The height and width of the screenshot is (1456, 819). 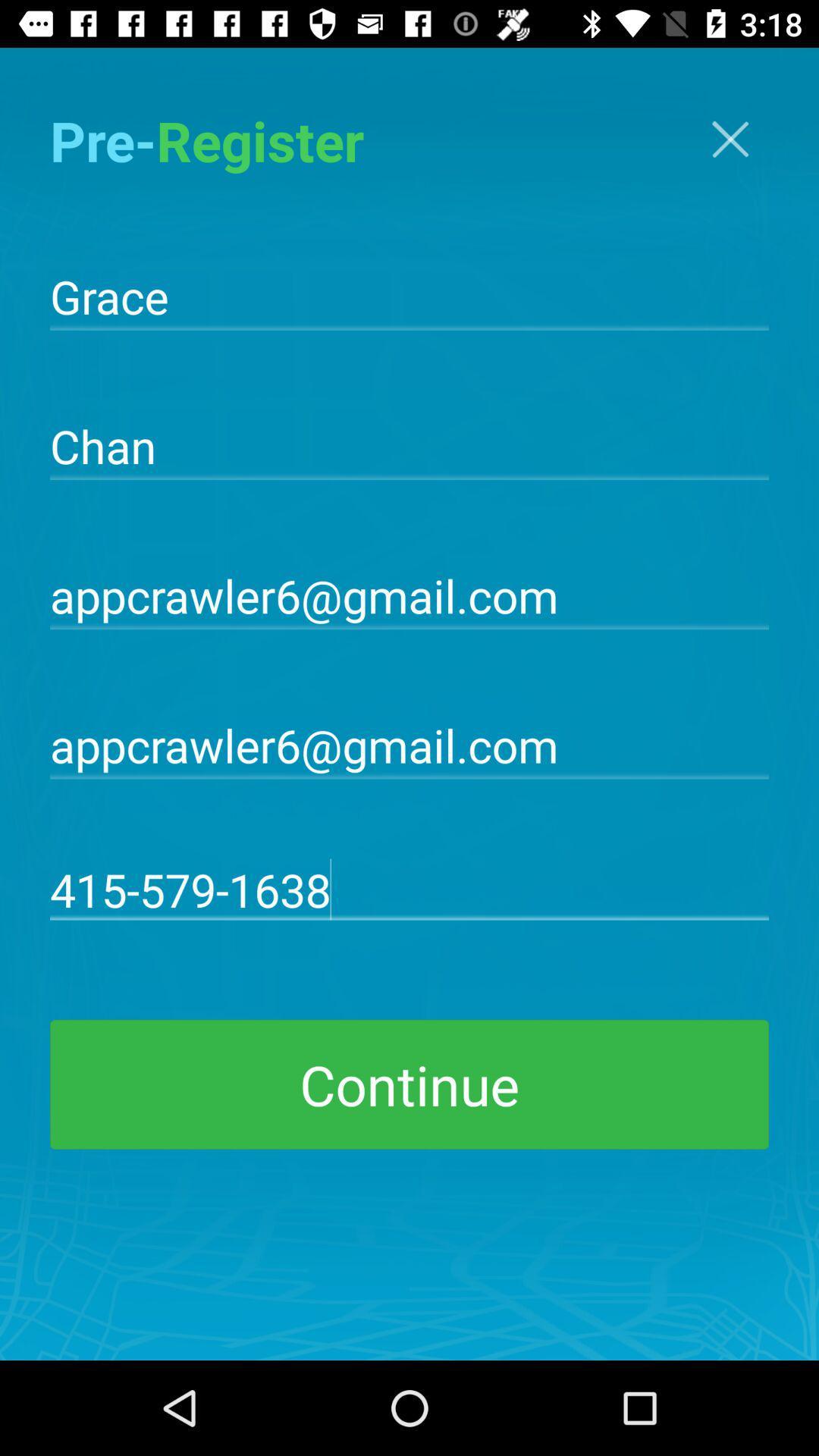 I want to click on icon above the chan, so click(x=409, y=295).